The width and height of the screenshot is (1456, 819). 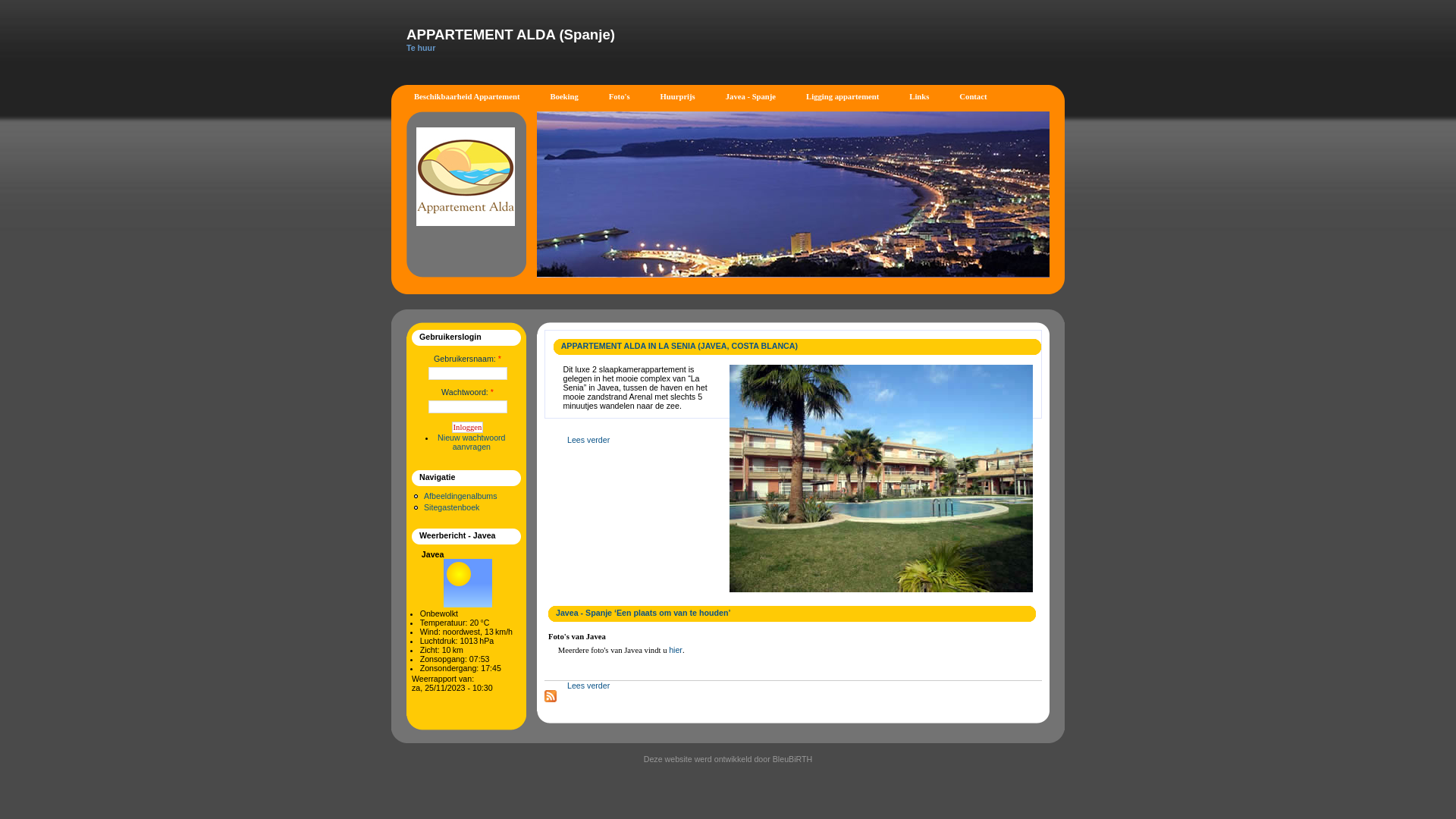 What do you see at coordinates (466, 96) in the screenshot?
I see `'Beschikbaarheid Appartement'` at bounding box center [466, 96].